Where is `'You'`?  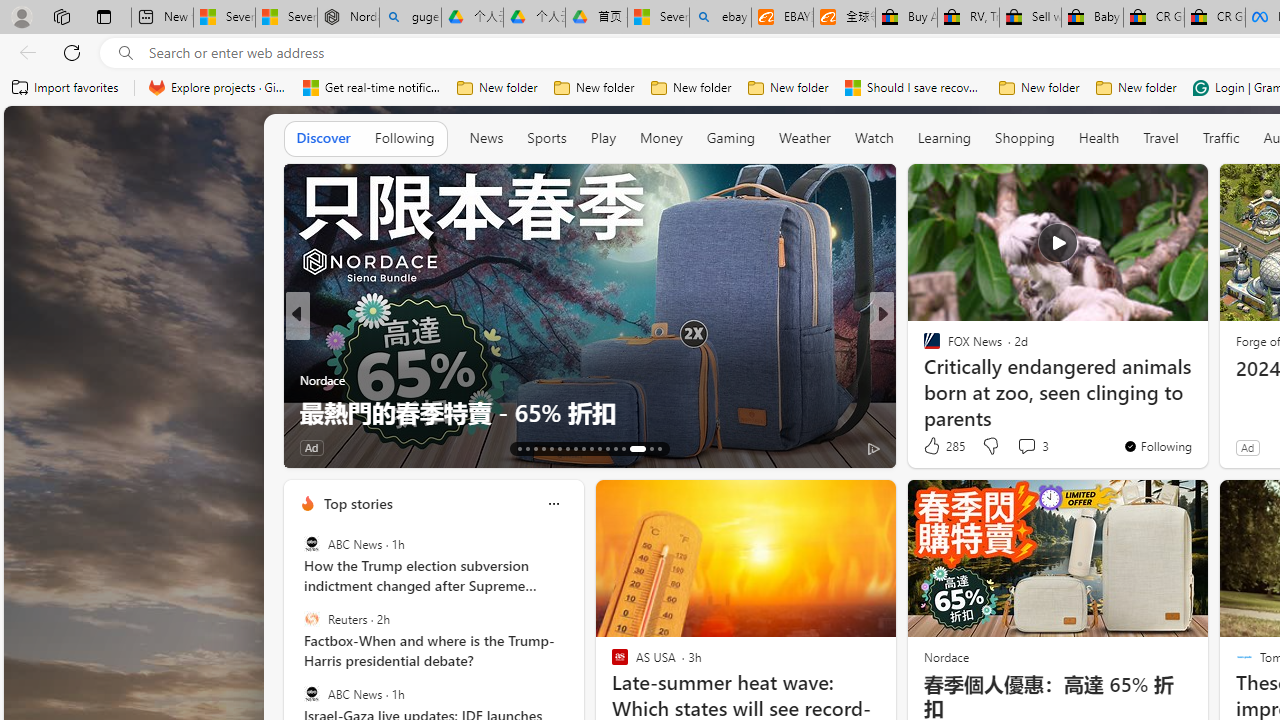
'You' is located at coordinates (1157, 445).